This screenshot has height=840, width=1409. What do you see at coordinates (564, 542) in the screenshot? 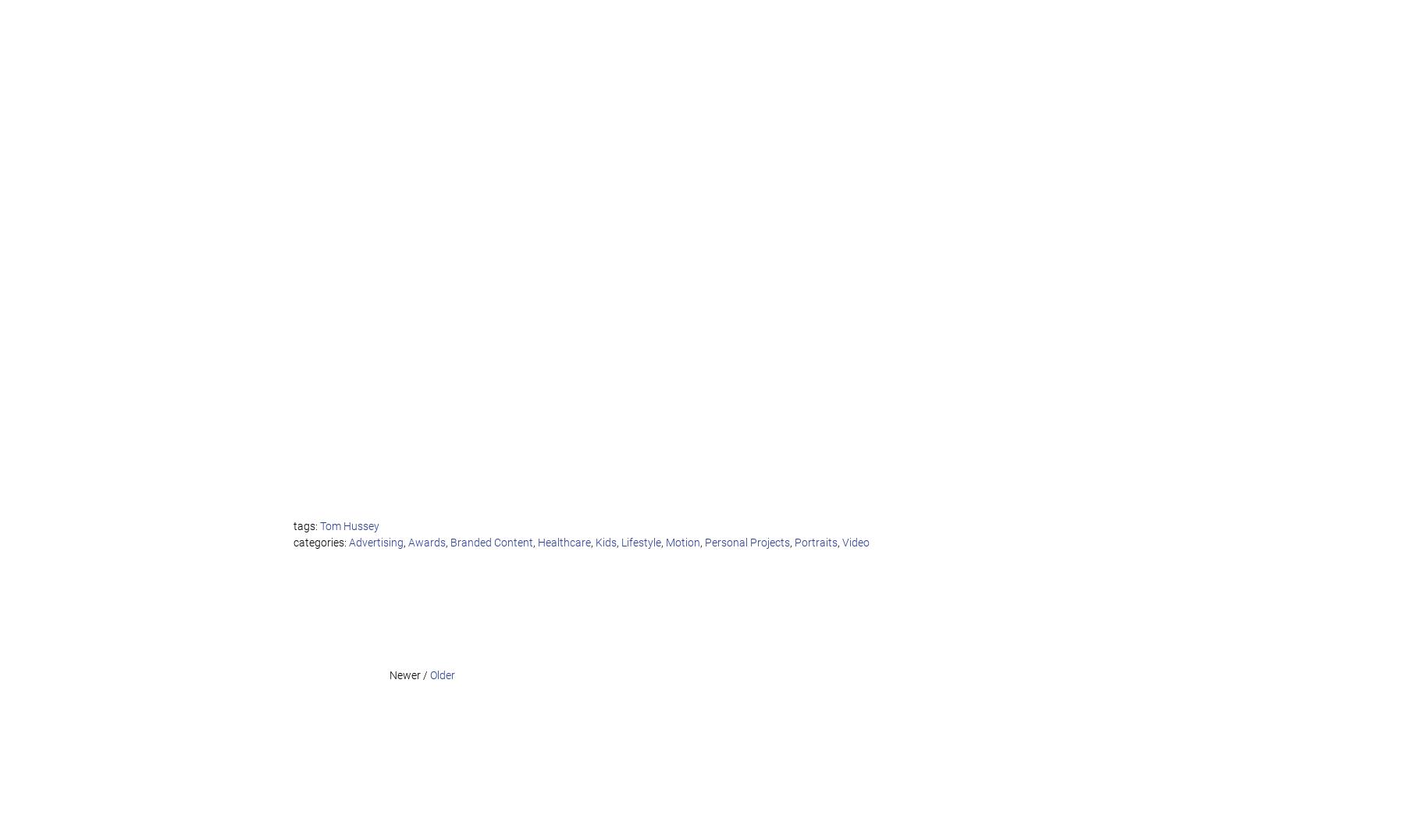
I see `'Healthcare'` at bounding box center [564, 542].